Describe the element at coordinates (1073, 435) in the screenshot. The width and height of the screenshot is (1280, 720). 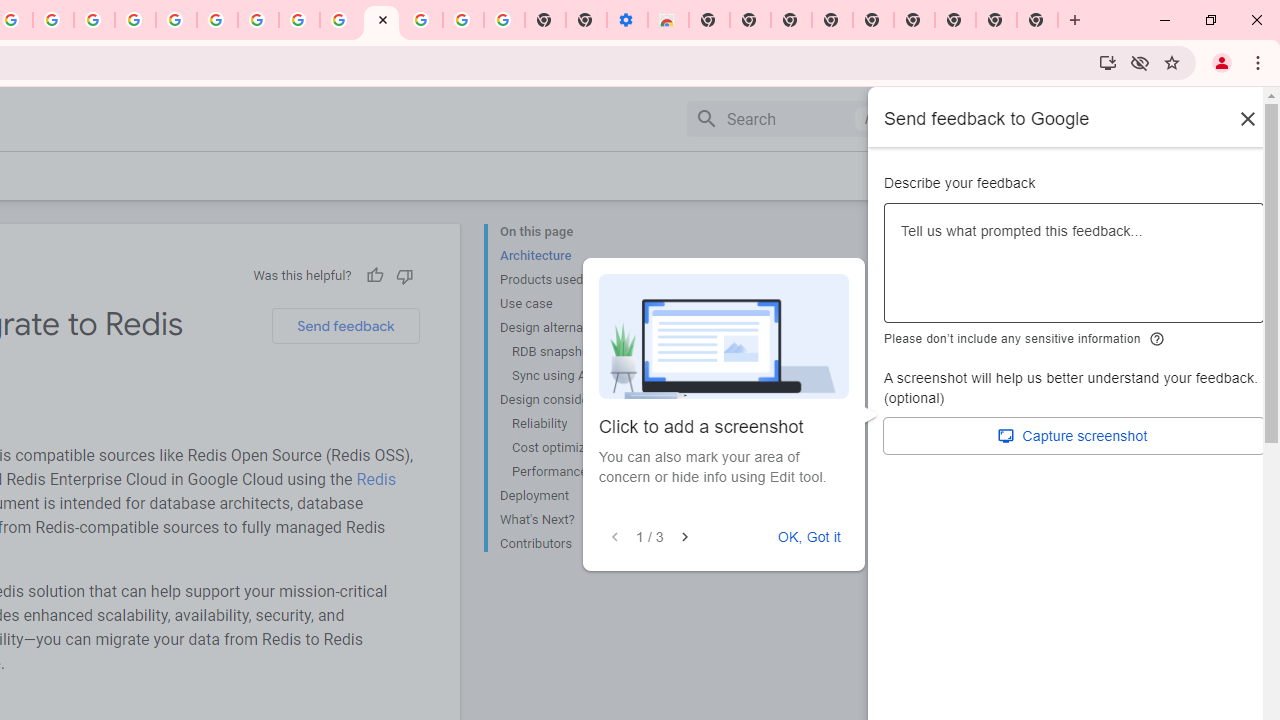
I see `'Capture screenshot'` at that location.